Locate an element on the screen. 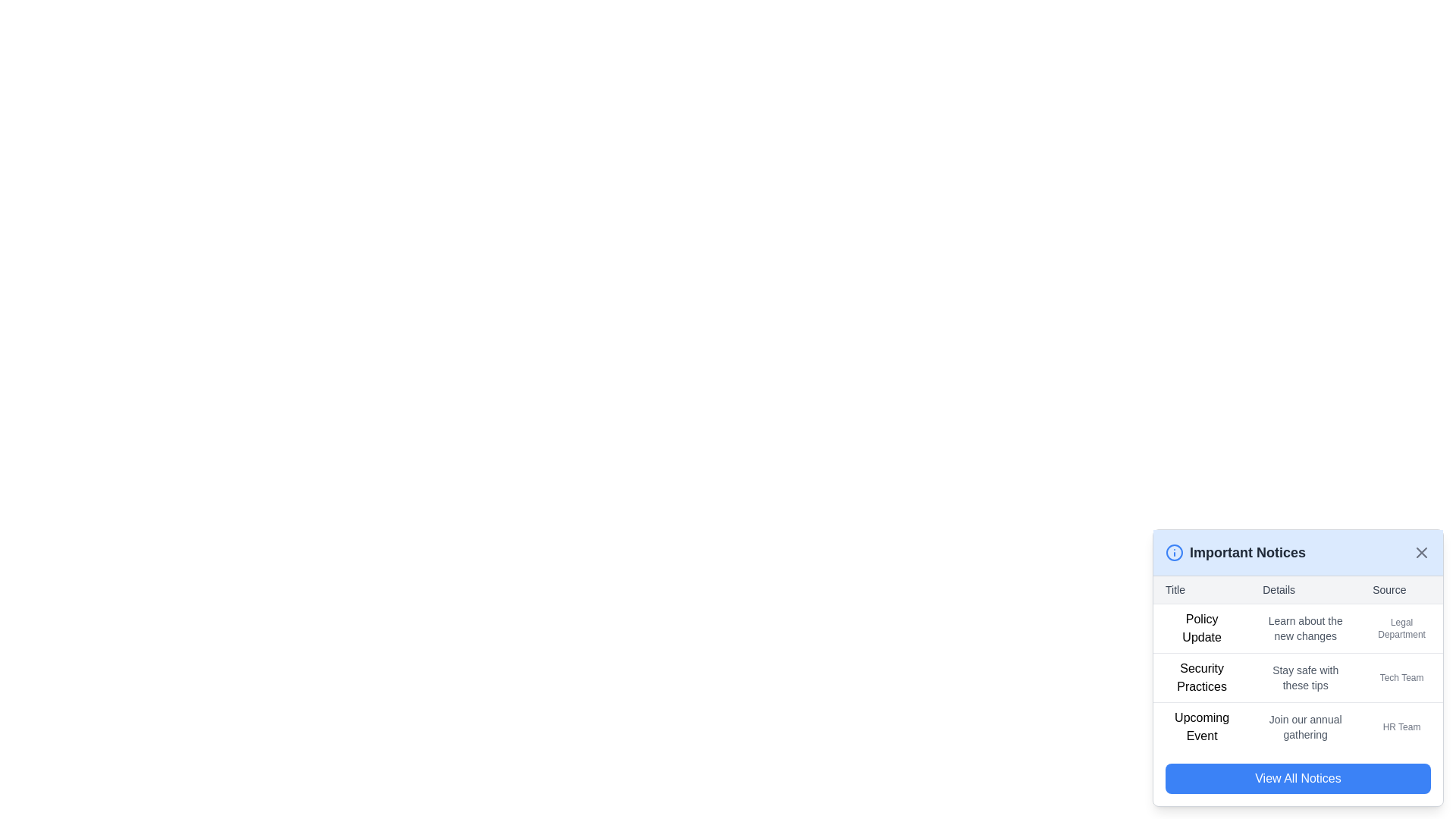 This screenshot has width=1456, height=819. the close-button icon located in the top-right corner of the 'Important Notices' section is located at coordinates (1421, 553).